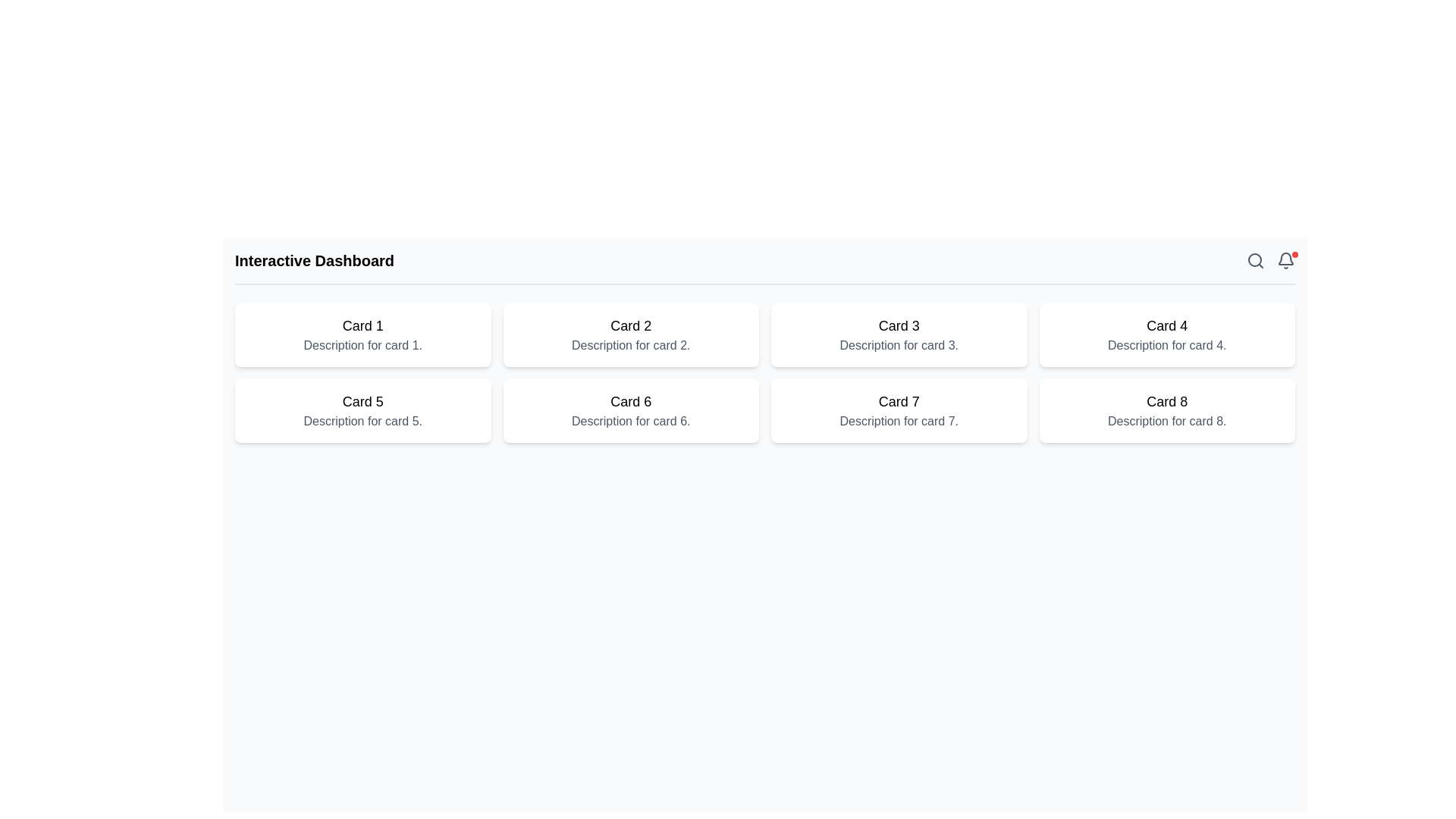  Describe the element at coordinates (899, 411) in the screenshot. I see `the card located in the second row and third column of the grid layout` at that location.